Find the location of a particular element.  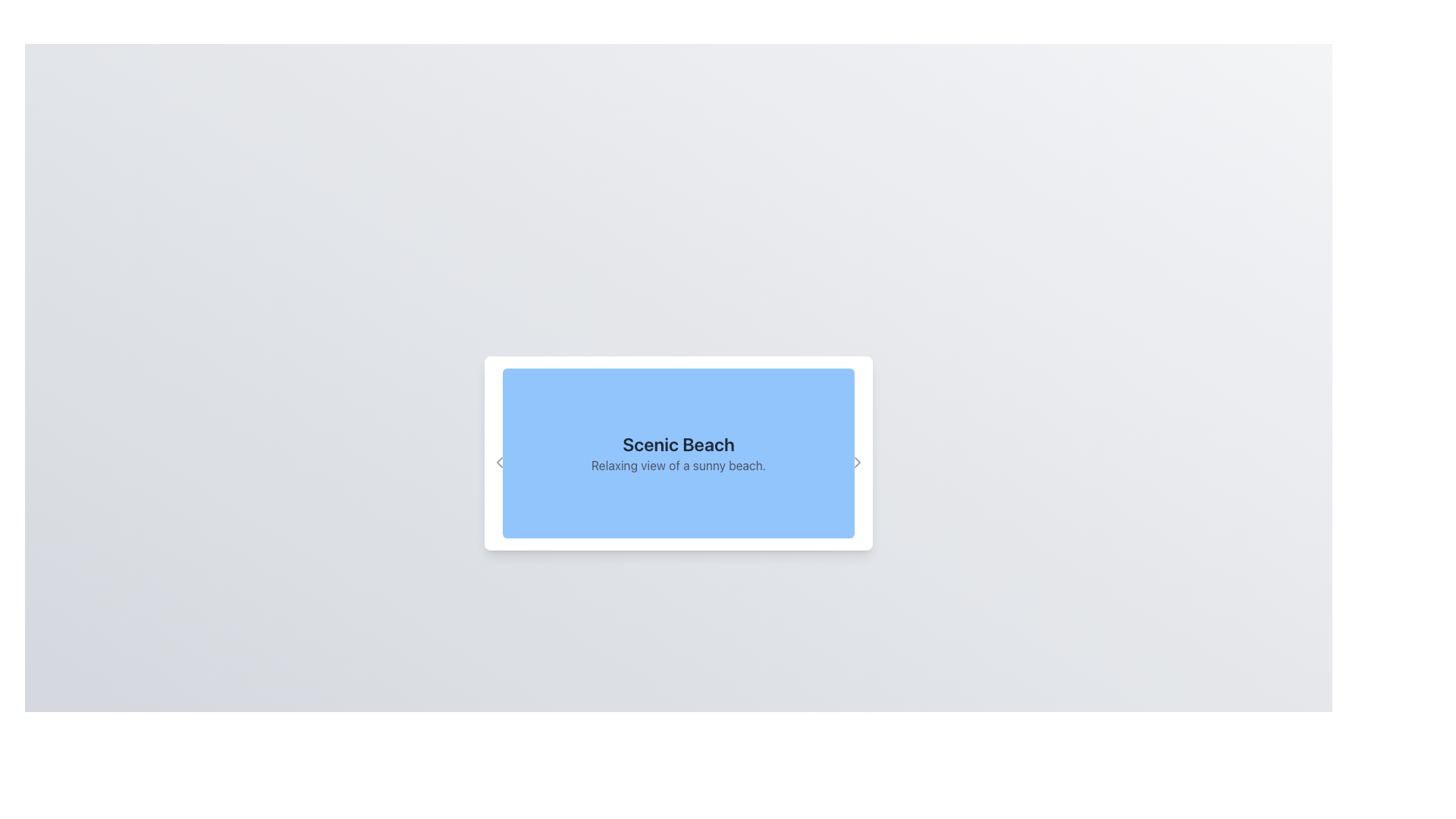

the rightward-pointing chevron arrow icon located on the navigation interface beneath the 'Scenic Beach' text is located at coordinates (858, 461).